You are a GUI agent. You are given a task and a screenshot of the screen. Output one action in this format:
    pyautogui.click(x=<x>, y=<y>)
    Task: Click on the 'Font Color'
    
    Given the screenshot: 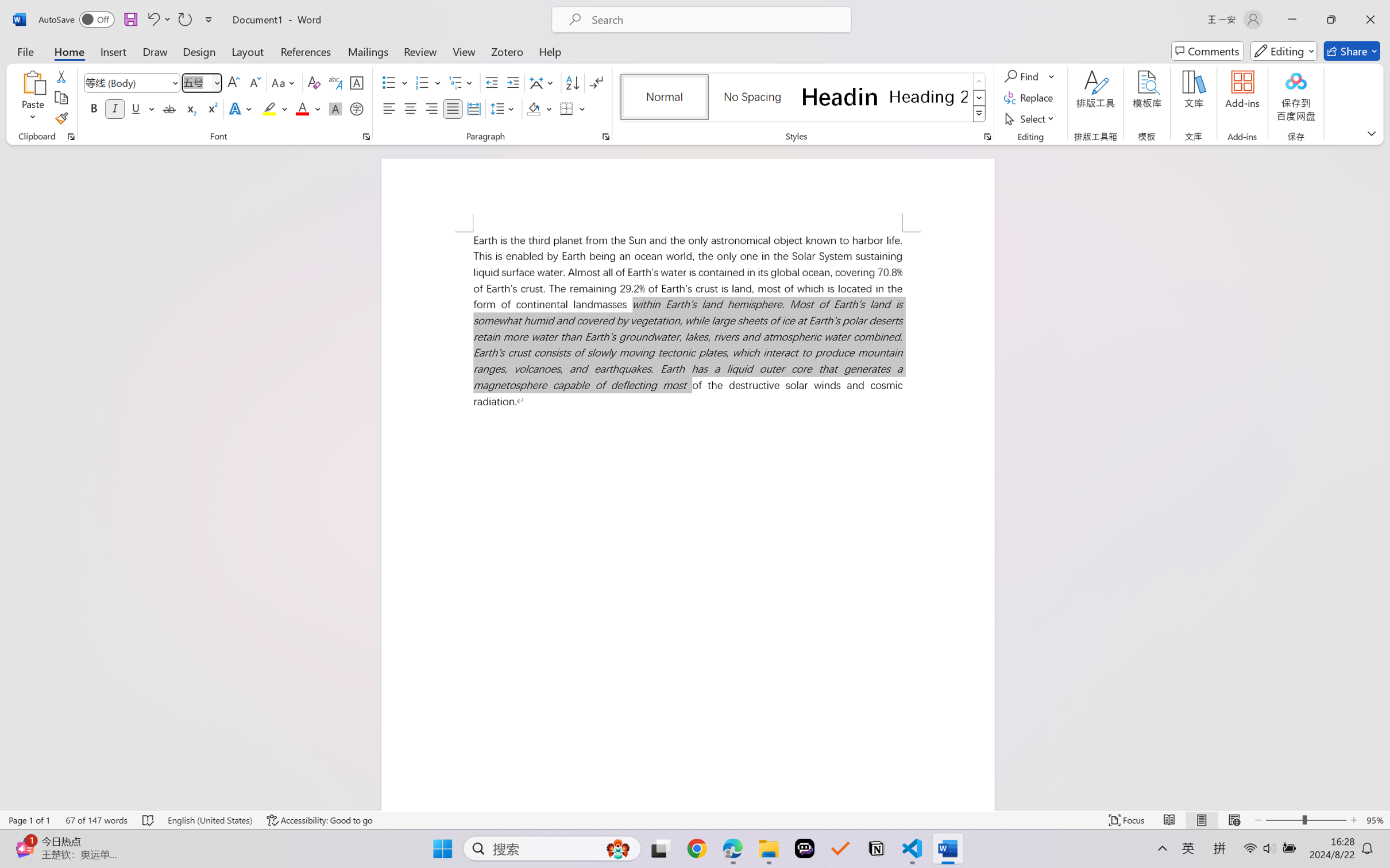 What is the action you would take?
    pyautogui.click(x=308, y=108)
    